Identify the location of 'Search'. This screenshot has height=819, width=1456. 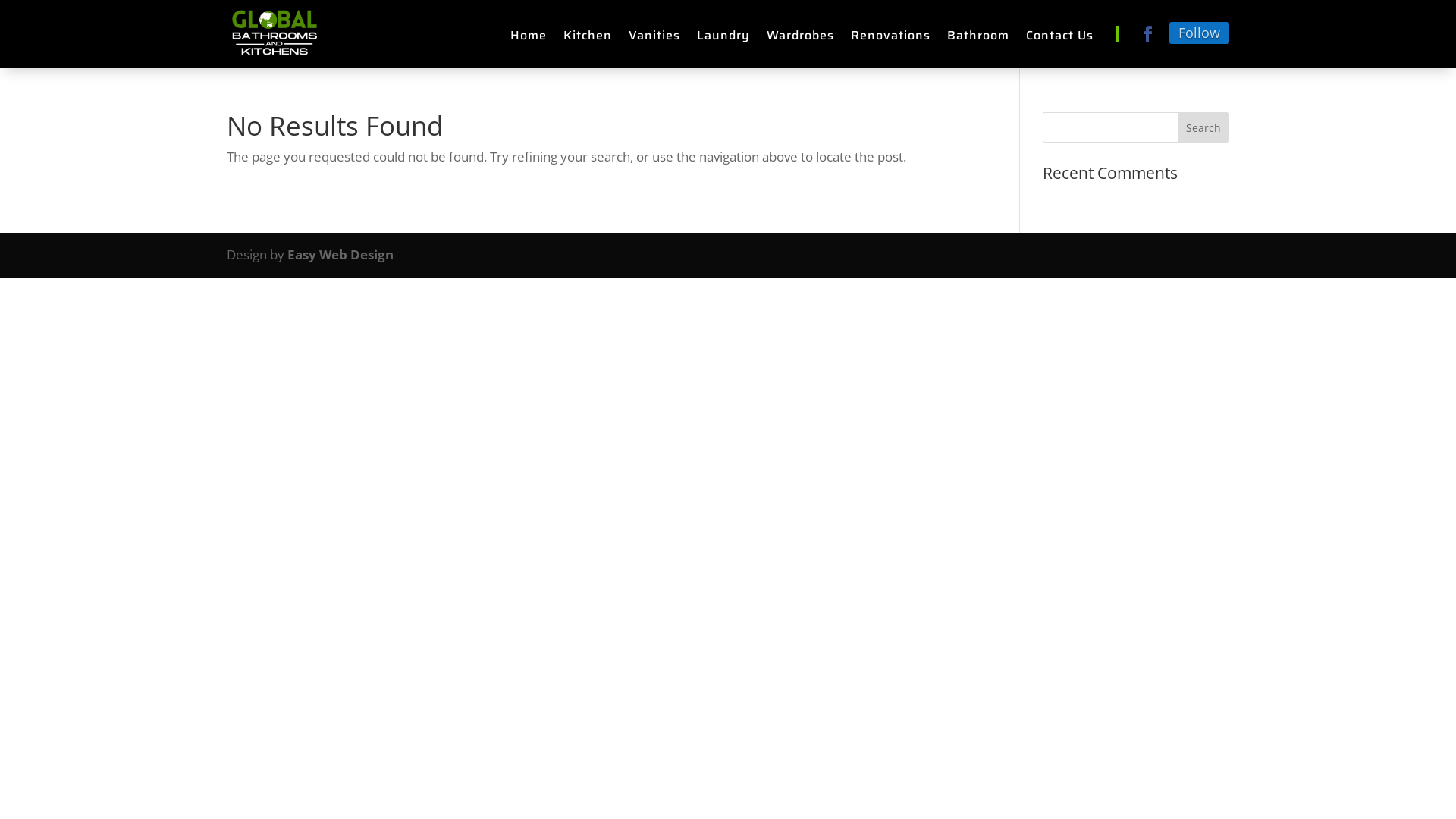
(1203, 127).